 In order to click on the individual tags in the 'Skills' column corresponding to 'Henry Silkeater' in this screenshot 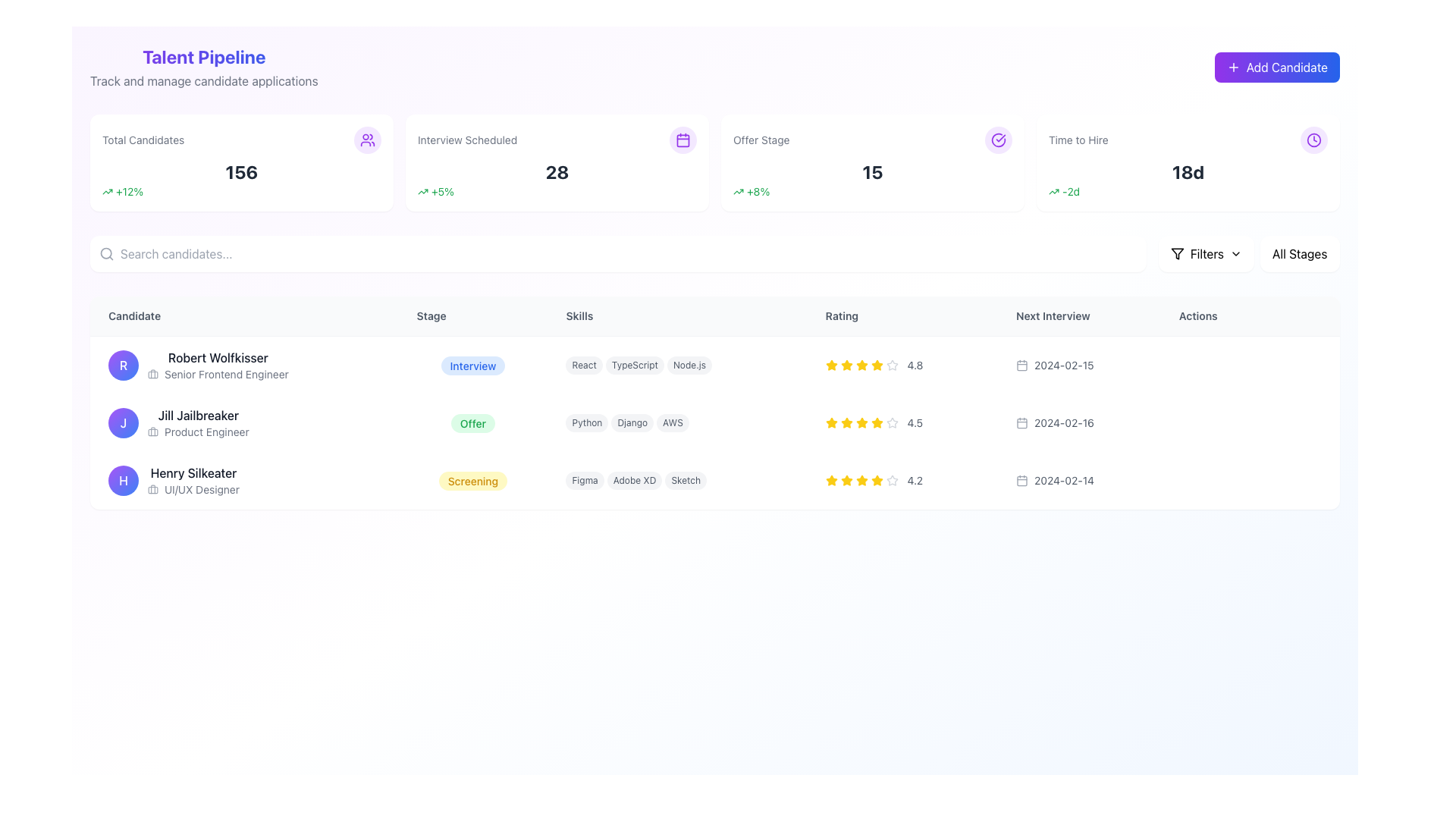, I will do `click(676, 480)`.